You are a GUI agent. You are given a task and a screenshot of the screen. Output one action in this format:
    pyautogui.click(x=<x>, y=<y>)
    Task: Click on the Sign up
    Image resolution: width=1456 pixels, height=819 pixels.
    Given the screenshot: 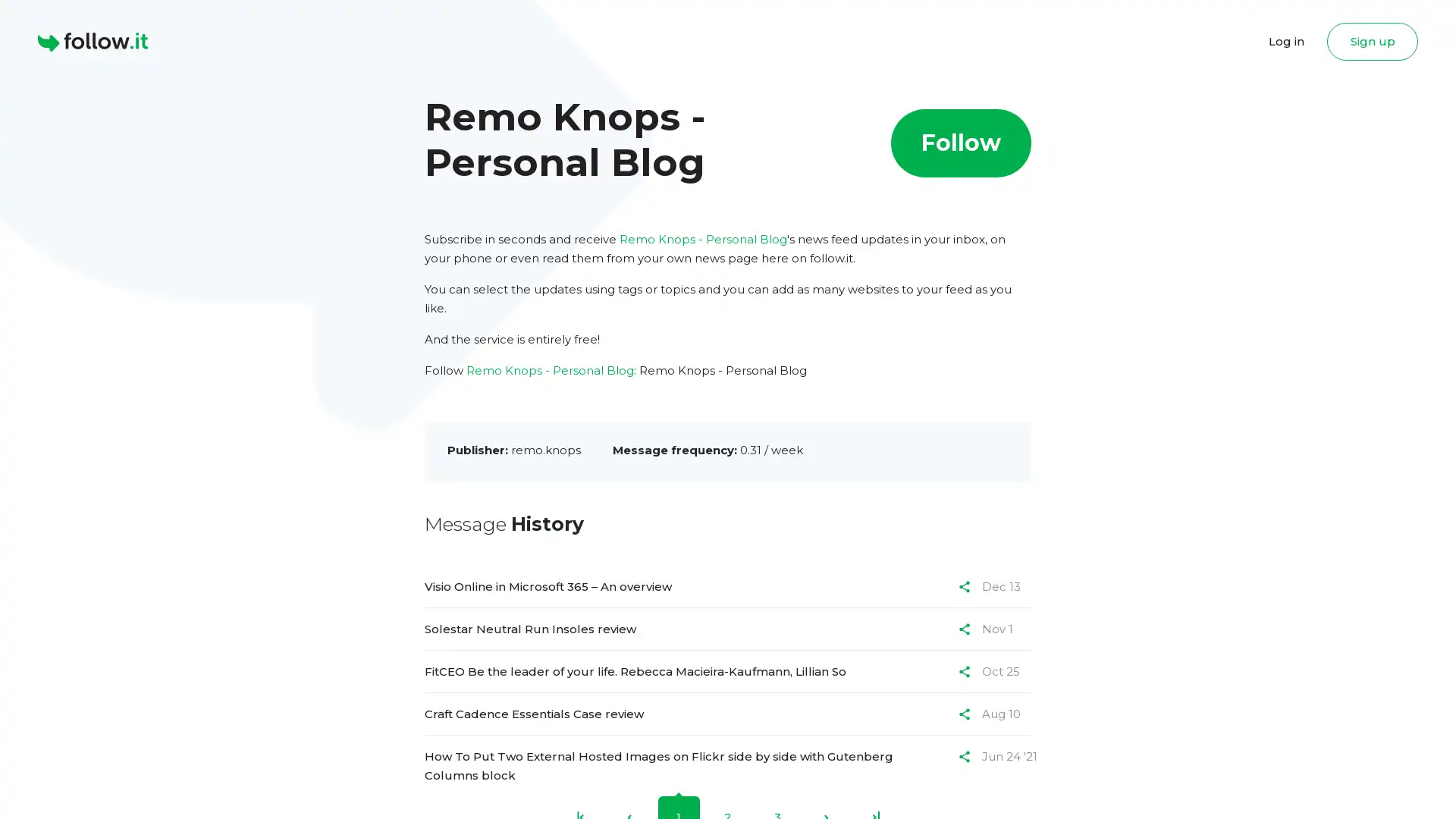 What is the action you would take?
    pyautogui.click(x=1372, y=40)
    